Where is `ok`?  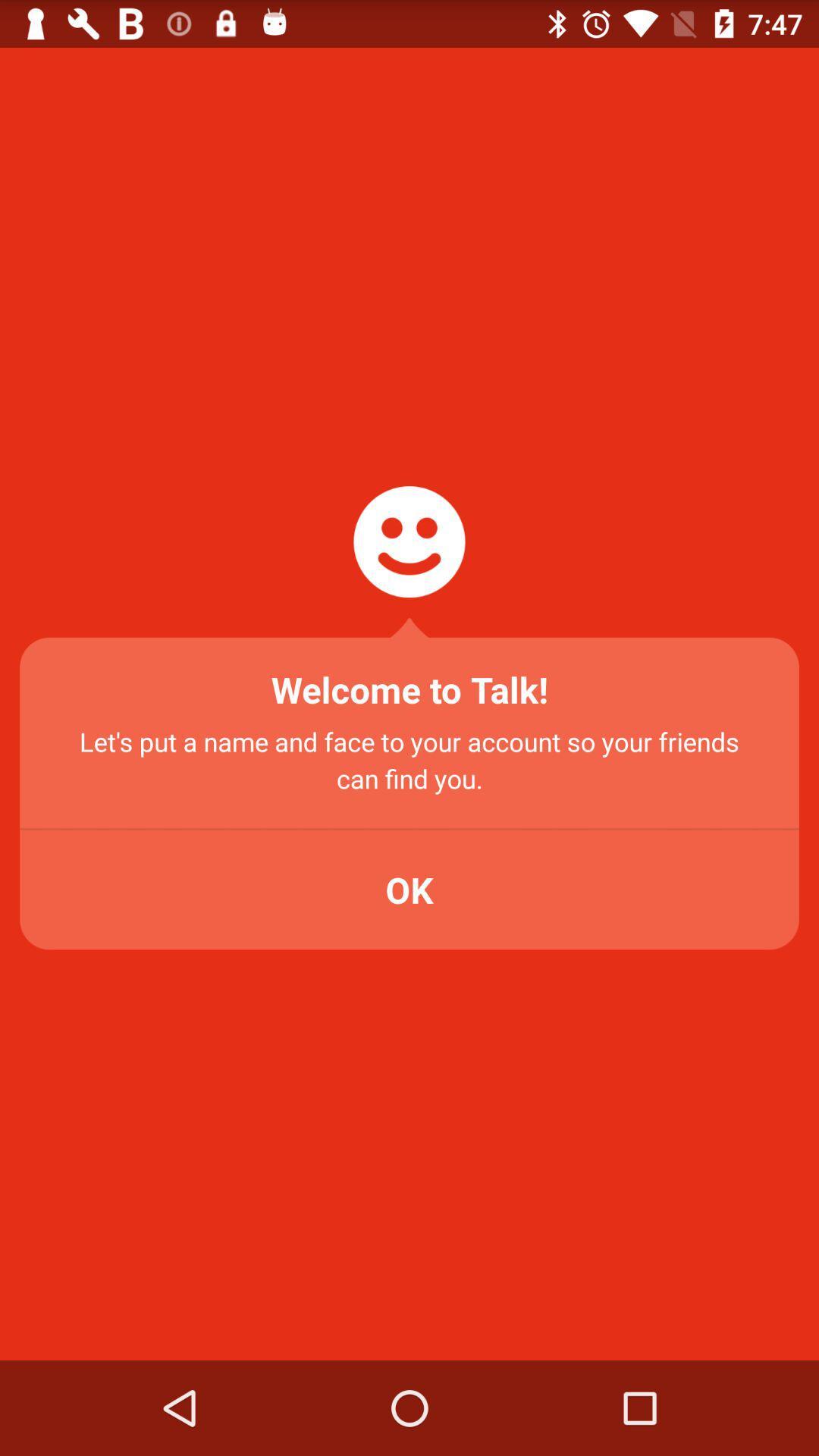 ok is located at coordinates (409, 890).